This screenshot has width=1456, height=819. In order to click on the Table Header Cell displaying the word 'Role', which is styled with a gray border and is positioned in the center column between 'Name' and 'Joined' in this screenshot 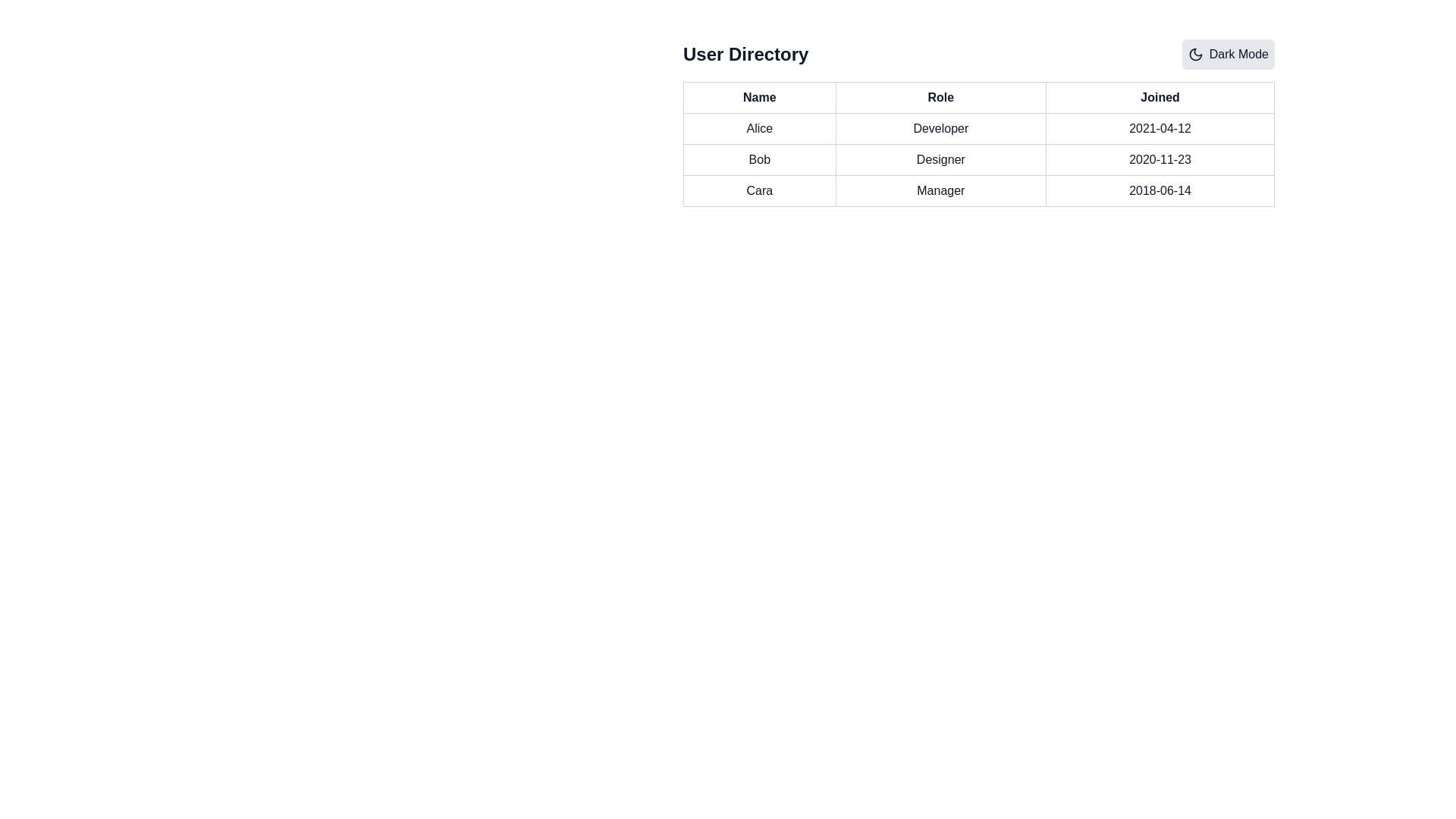, I will do `click(940, 97)`.